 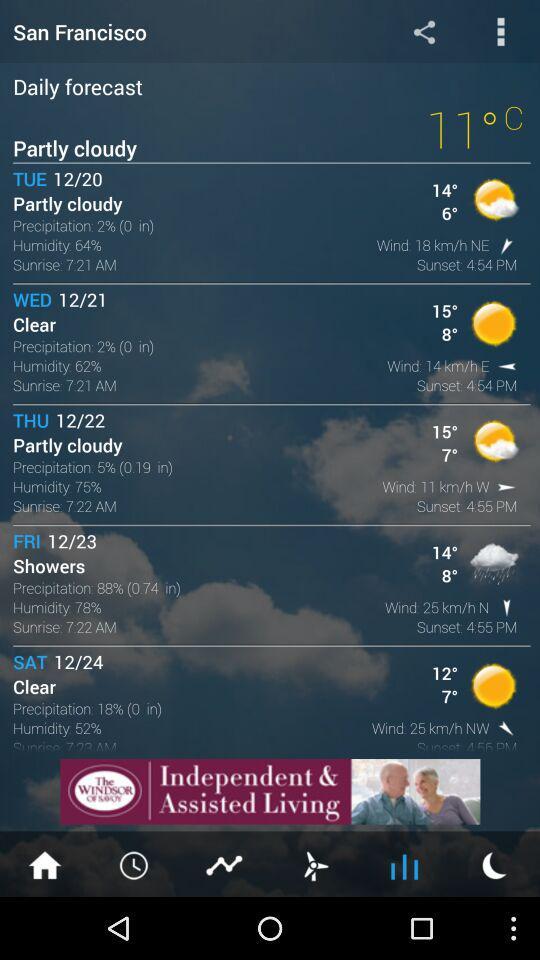 What do you see at coordinates (423, 30) in the screenshot?
I see `share botton` at bounding box center [423, 30].